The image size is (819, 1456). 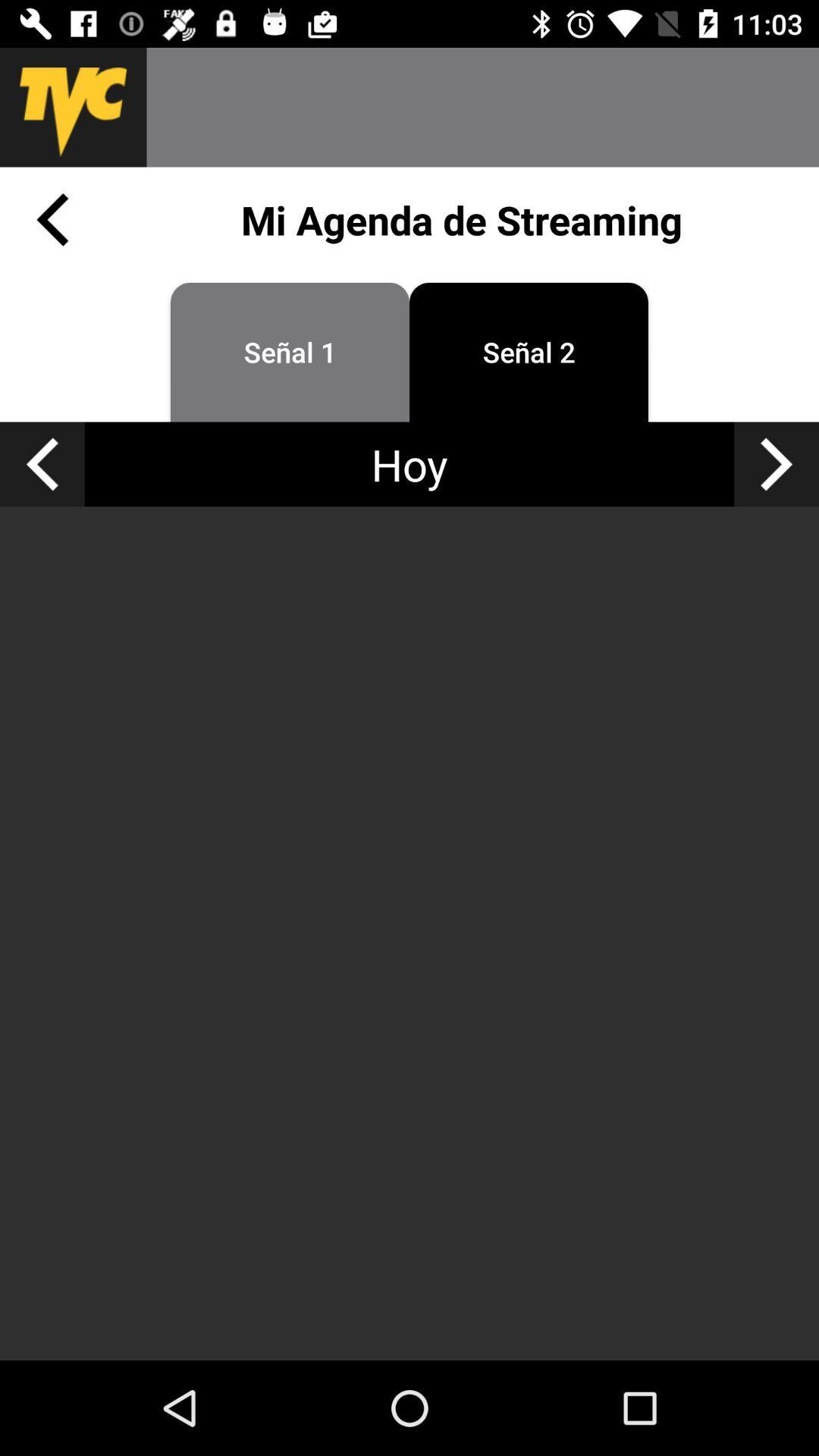 I want to click on item at the top right corner, so click(x=777, y=463).